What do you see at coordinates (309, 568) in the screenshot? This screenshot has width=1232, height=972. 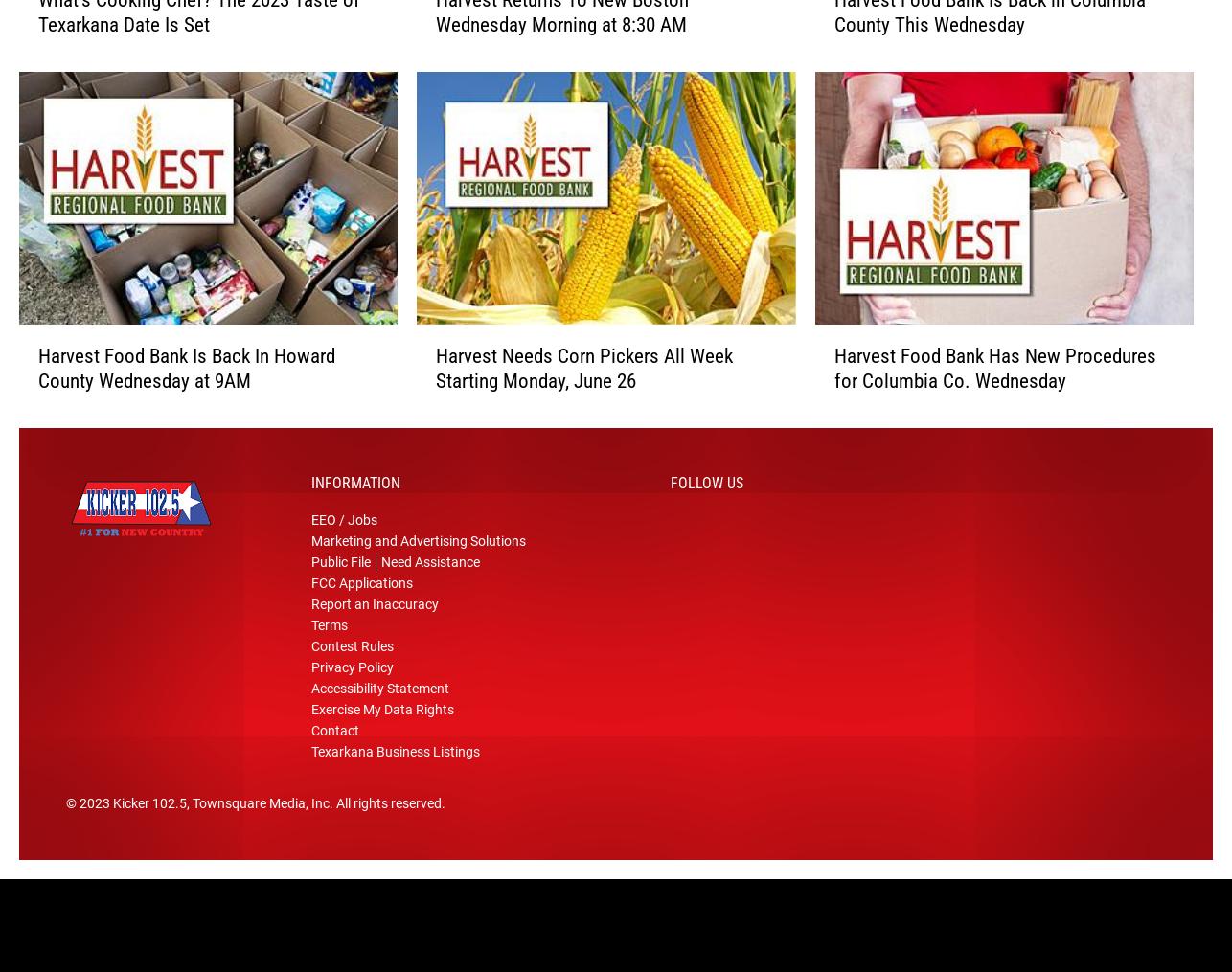 I see `'Public File'` at bounding box center [309, 568].